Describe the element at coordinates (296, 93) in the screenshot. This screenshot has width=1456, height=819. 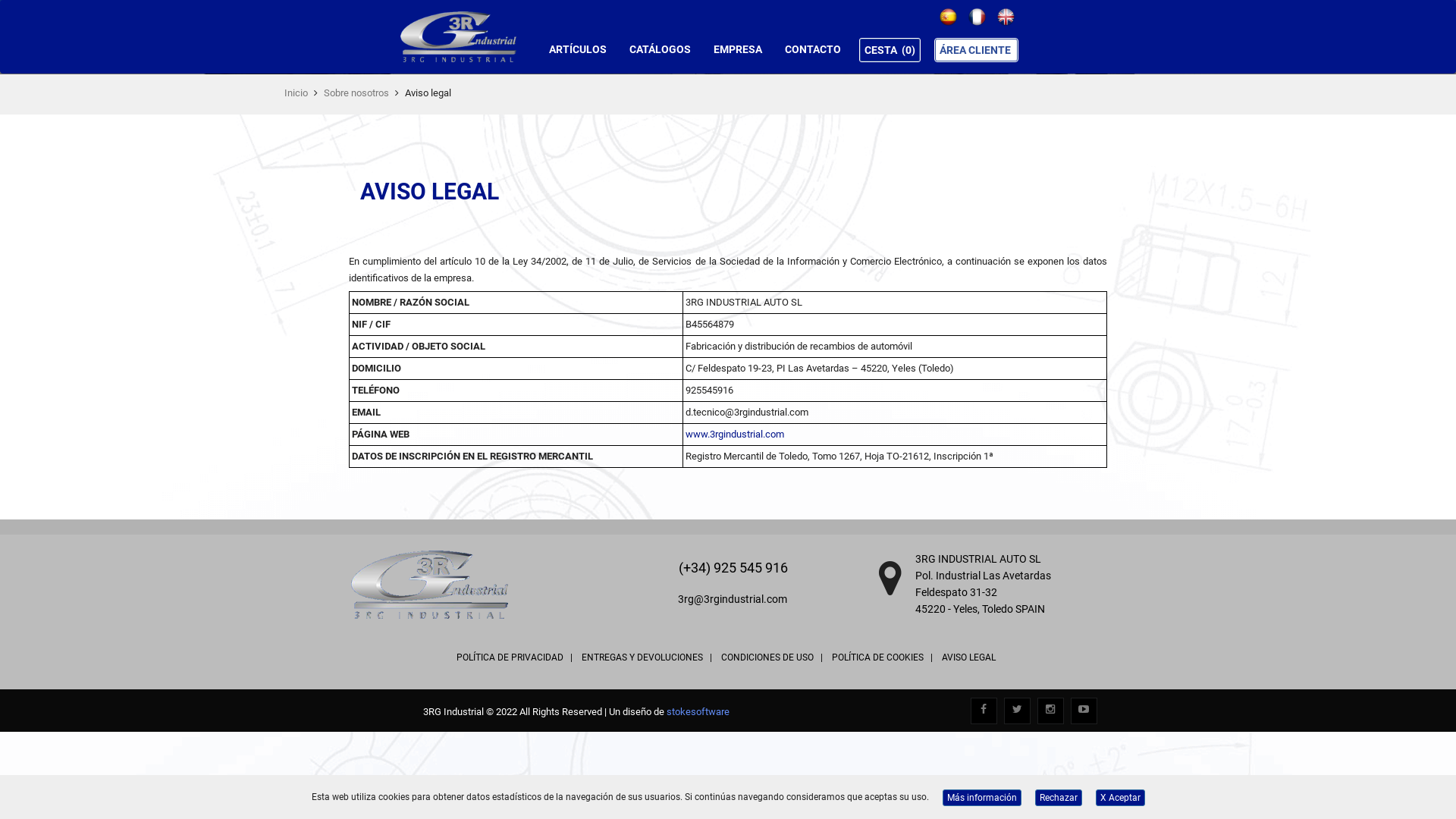
I see `'Inicio'` at that location.